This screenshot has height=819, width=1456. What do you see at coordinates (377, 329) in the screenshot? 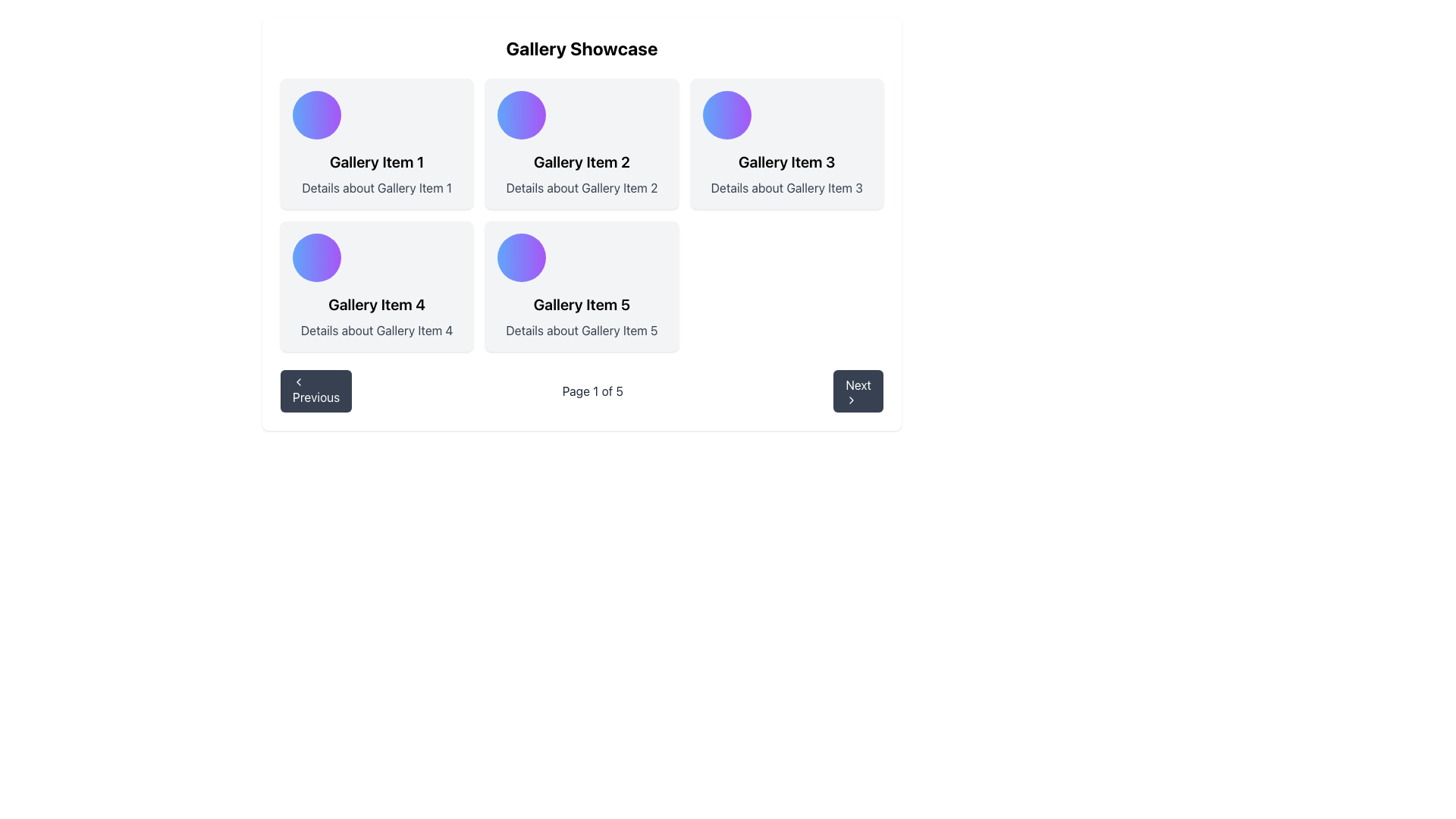
I see `the text label reading 'Details about Gallery Item 4'` at bounding box center [377, 329].